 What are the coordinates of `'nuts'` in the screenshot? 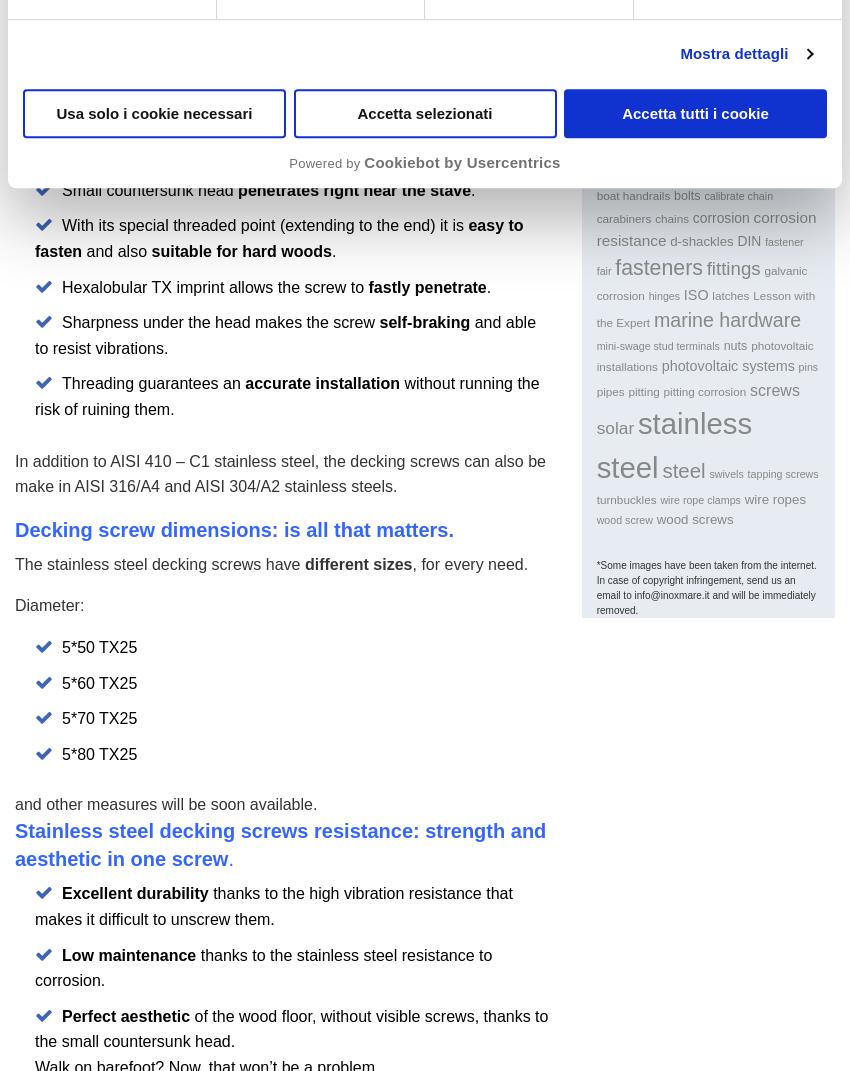 It's located at (734, 343).